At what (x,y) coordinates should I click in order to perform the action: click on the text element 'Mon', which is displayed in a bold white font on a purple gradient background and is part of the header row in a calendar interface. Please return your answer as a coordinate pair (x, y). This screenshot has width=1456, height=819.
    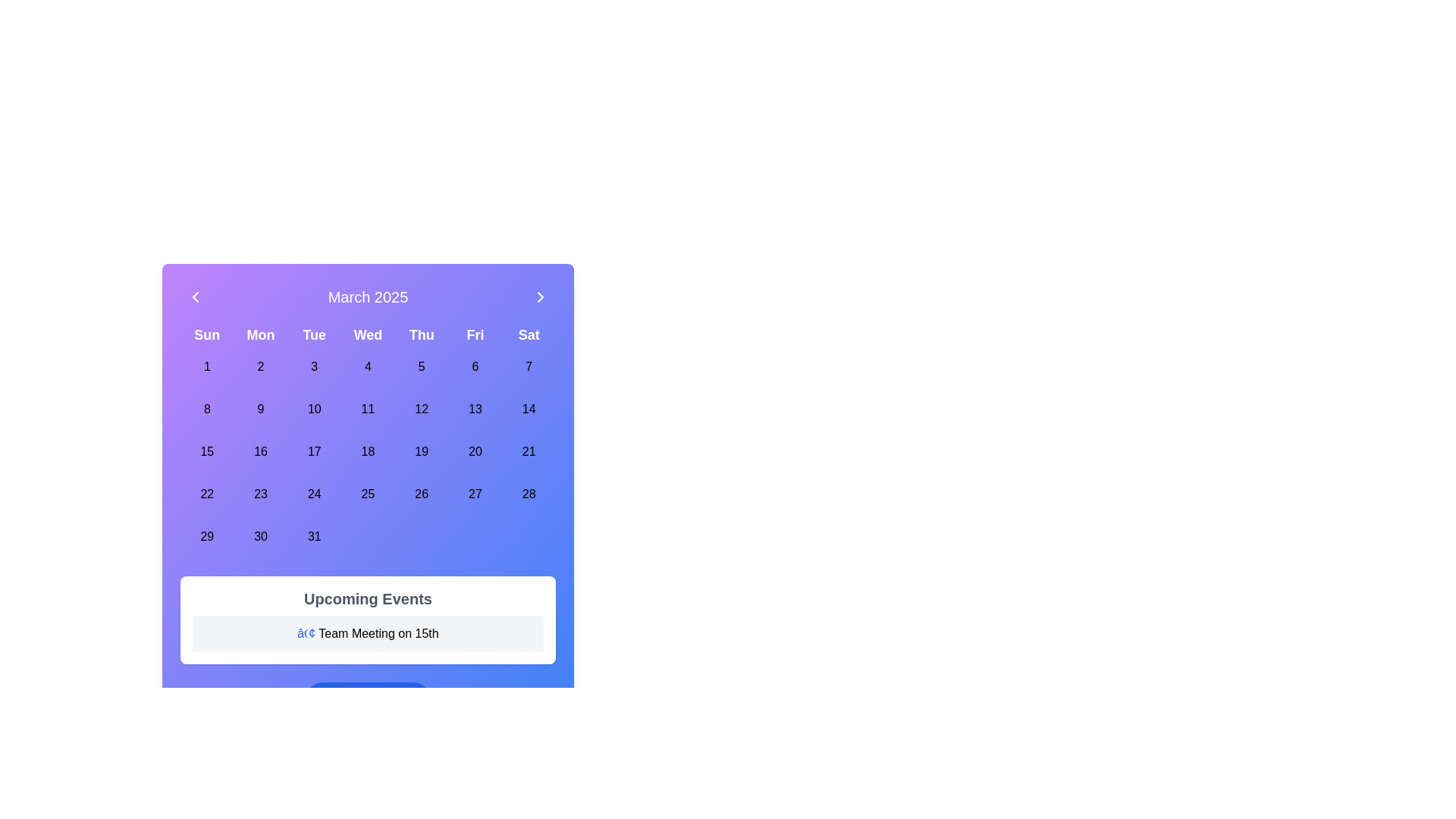
    Looking at the image, I should click on (261, 334).